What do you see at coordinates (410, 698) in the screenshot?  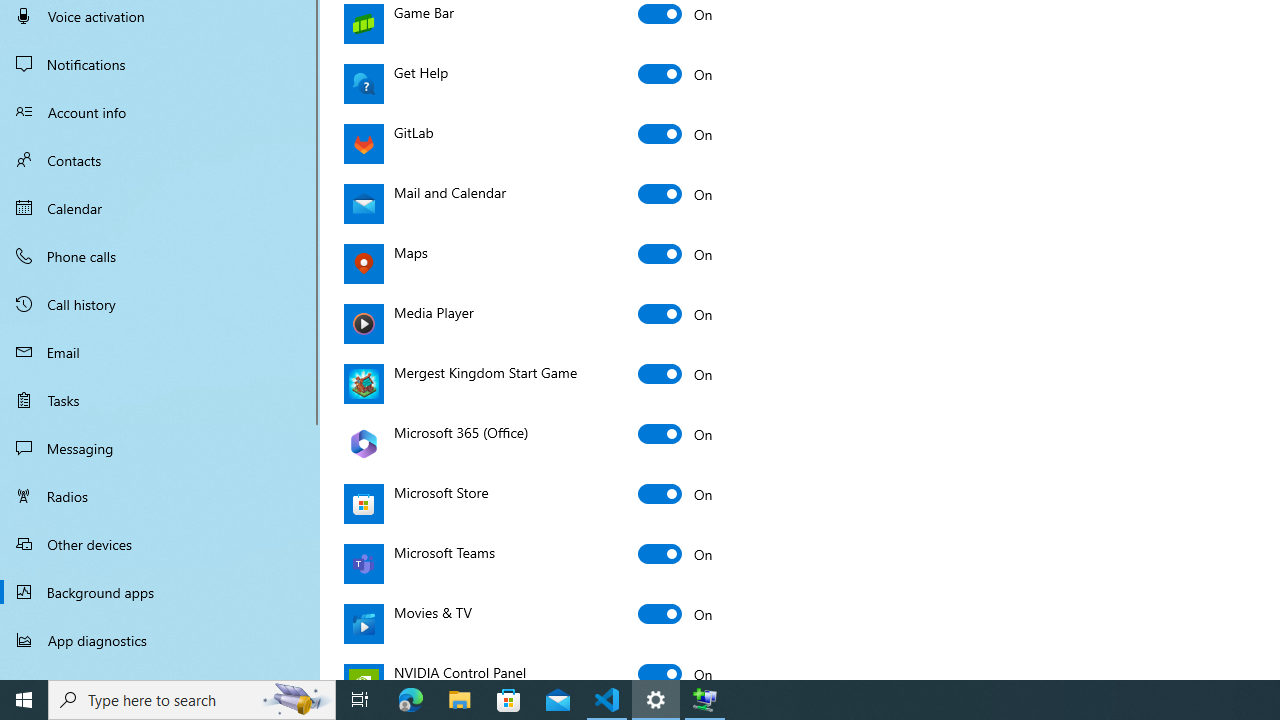 I see `'Microsoft Edge'` at bounding box center [410, 698].